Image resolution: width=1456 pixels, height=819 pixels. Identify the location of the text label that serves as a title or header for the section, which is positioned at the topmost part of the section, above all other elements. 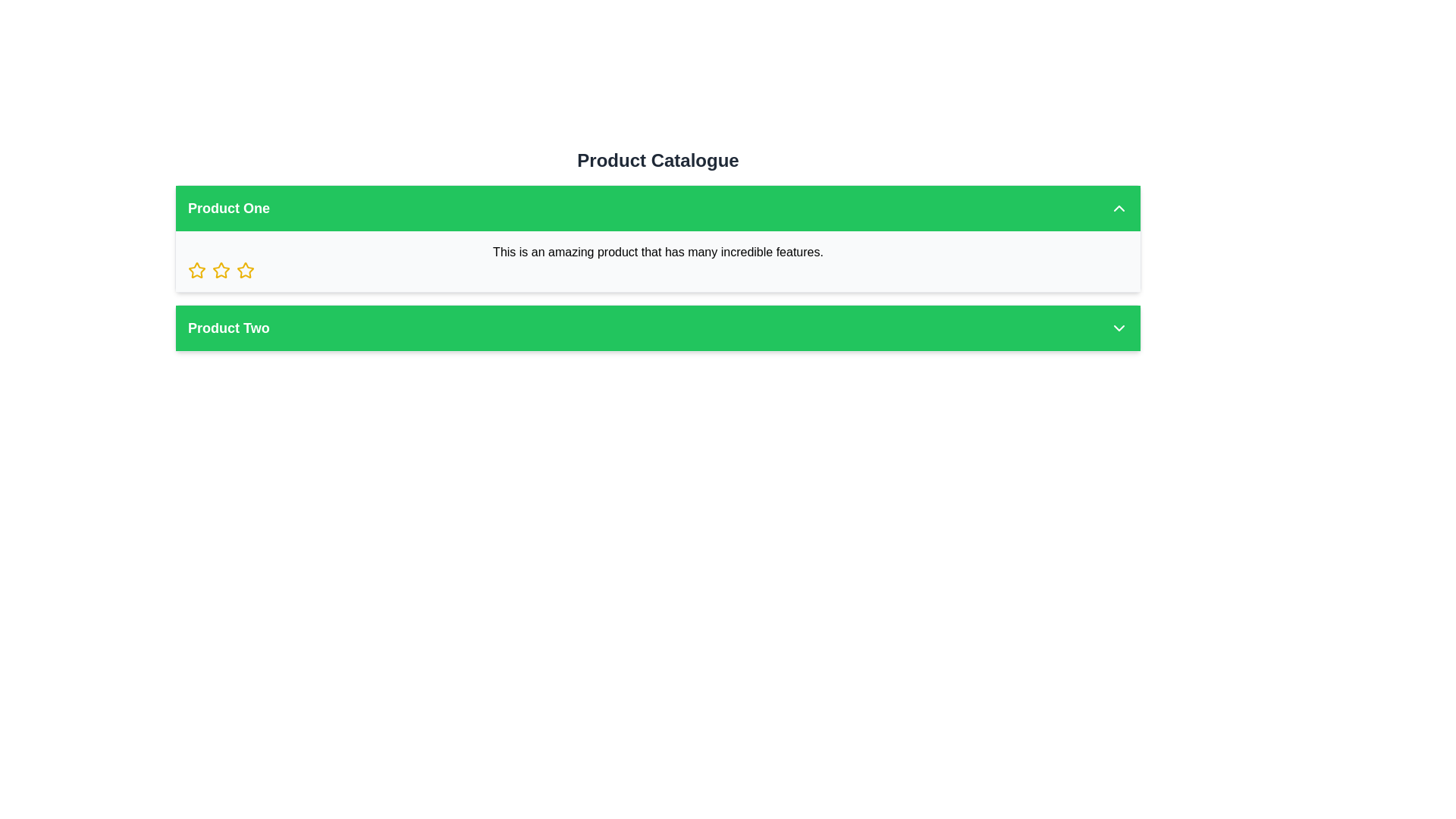
(658, 161).